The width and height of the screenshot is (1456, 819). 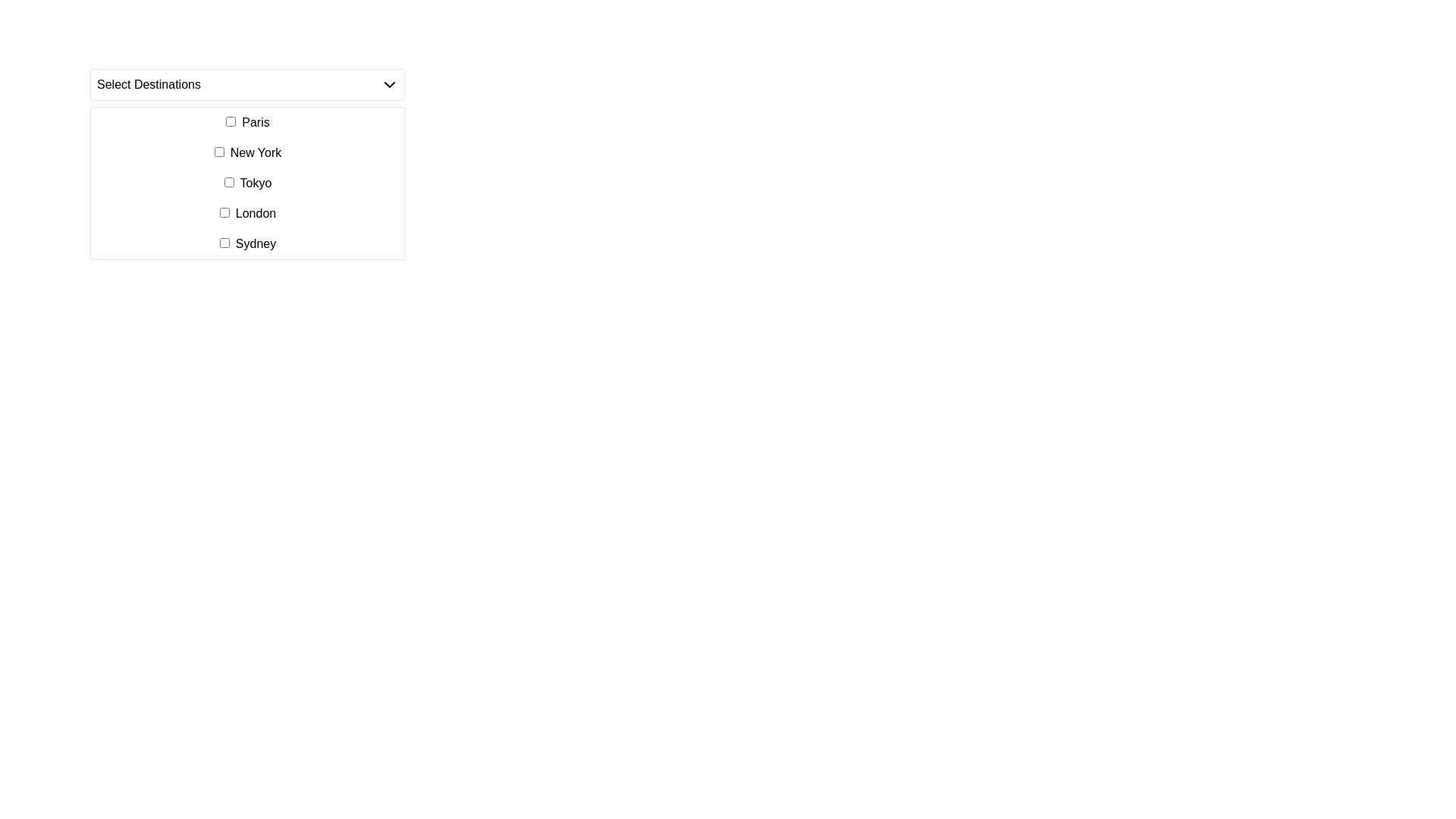 I want to click on the checkbox for the 'London' selectable list item, so click(x=247, y=213).